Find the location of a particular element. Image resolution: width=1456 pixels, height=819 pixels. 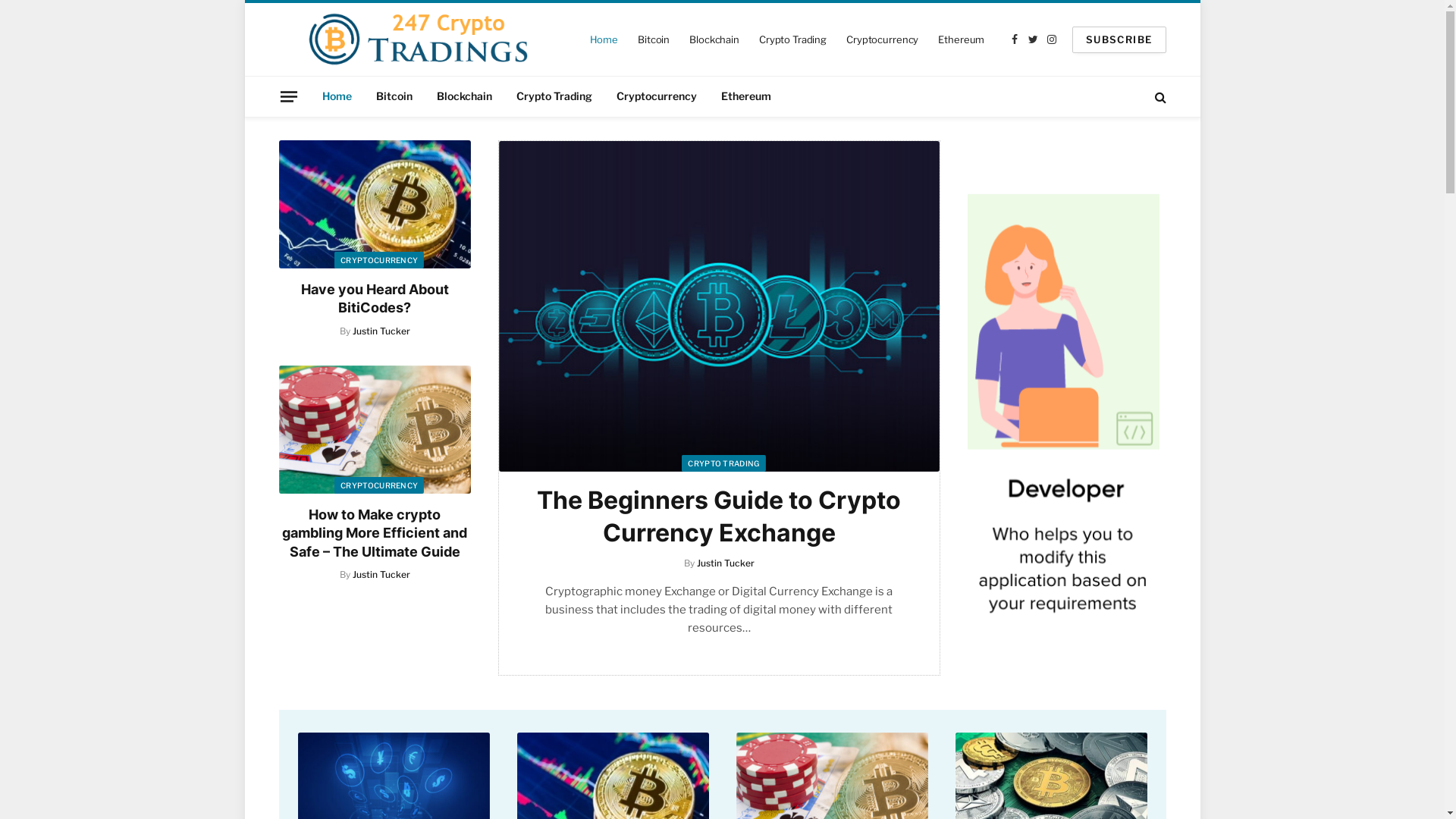

'Home' is located at coordinates (335, 96).